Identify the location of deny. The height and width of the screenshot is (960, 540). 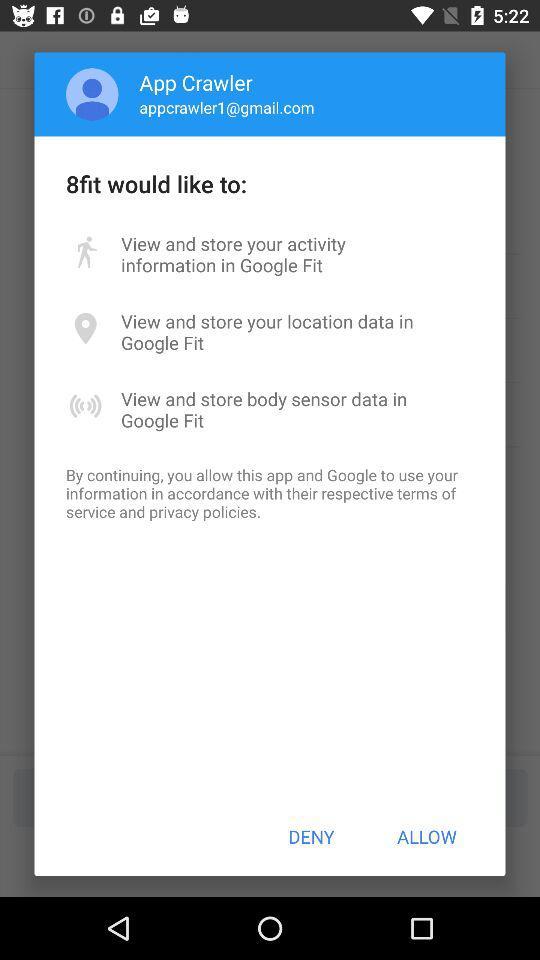
(311, 836).